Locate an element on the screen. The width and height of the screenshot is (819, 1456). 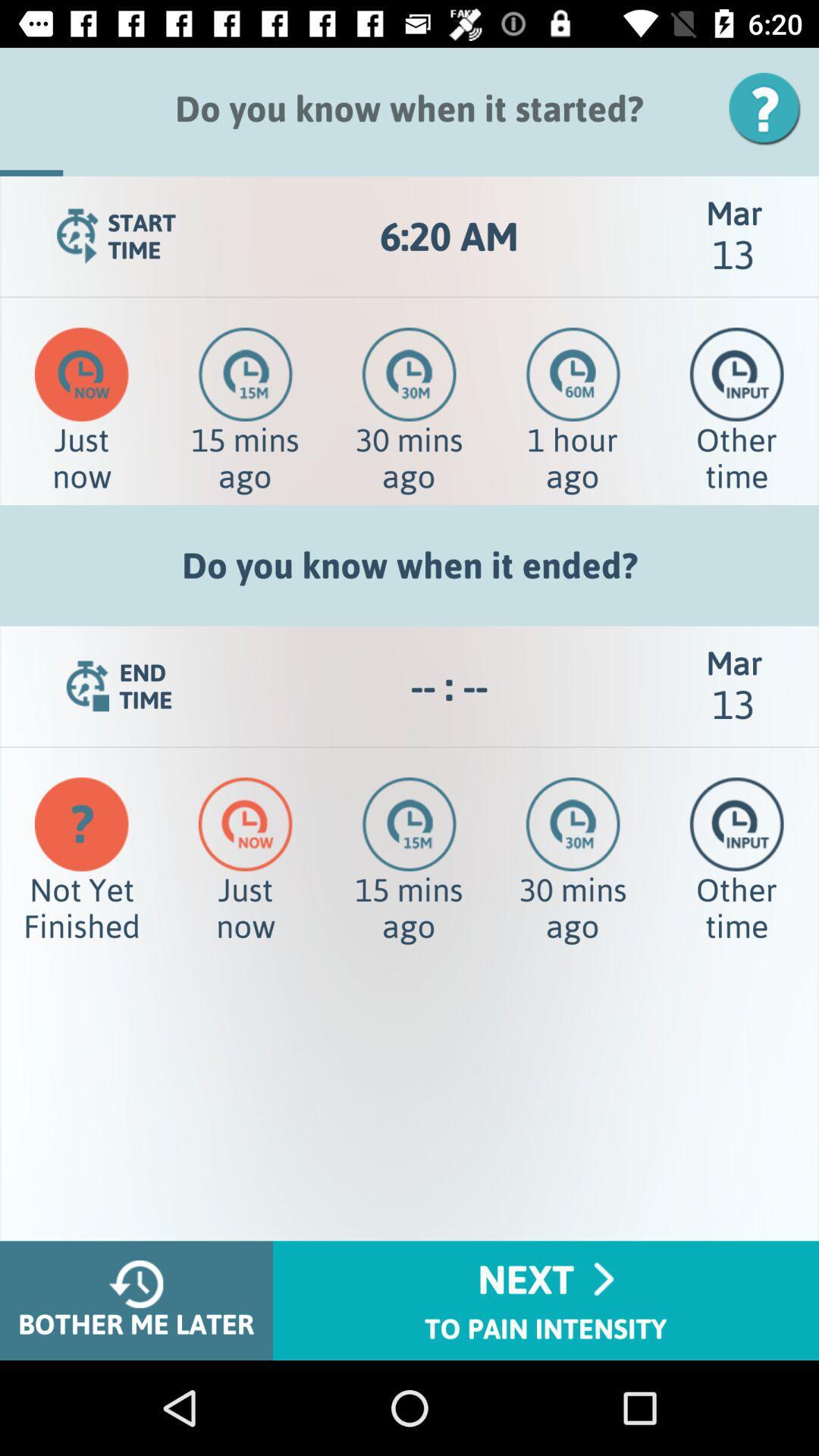
the item next to the start is located at coordinates (448, 236).